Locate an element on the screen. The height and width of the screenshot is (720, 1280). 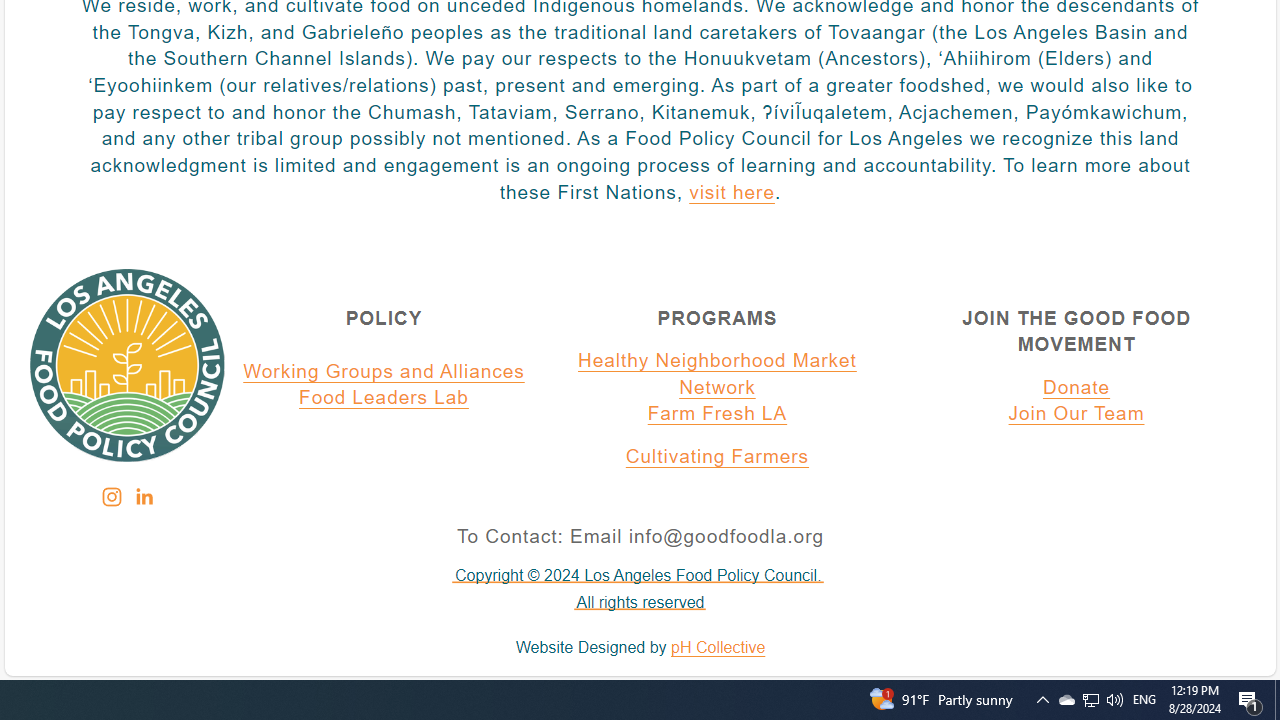
'Class: sqs-svg-icon--social' is located at coordinates (142, 496).